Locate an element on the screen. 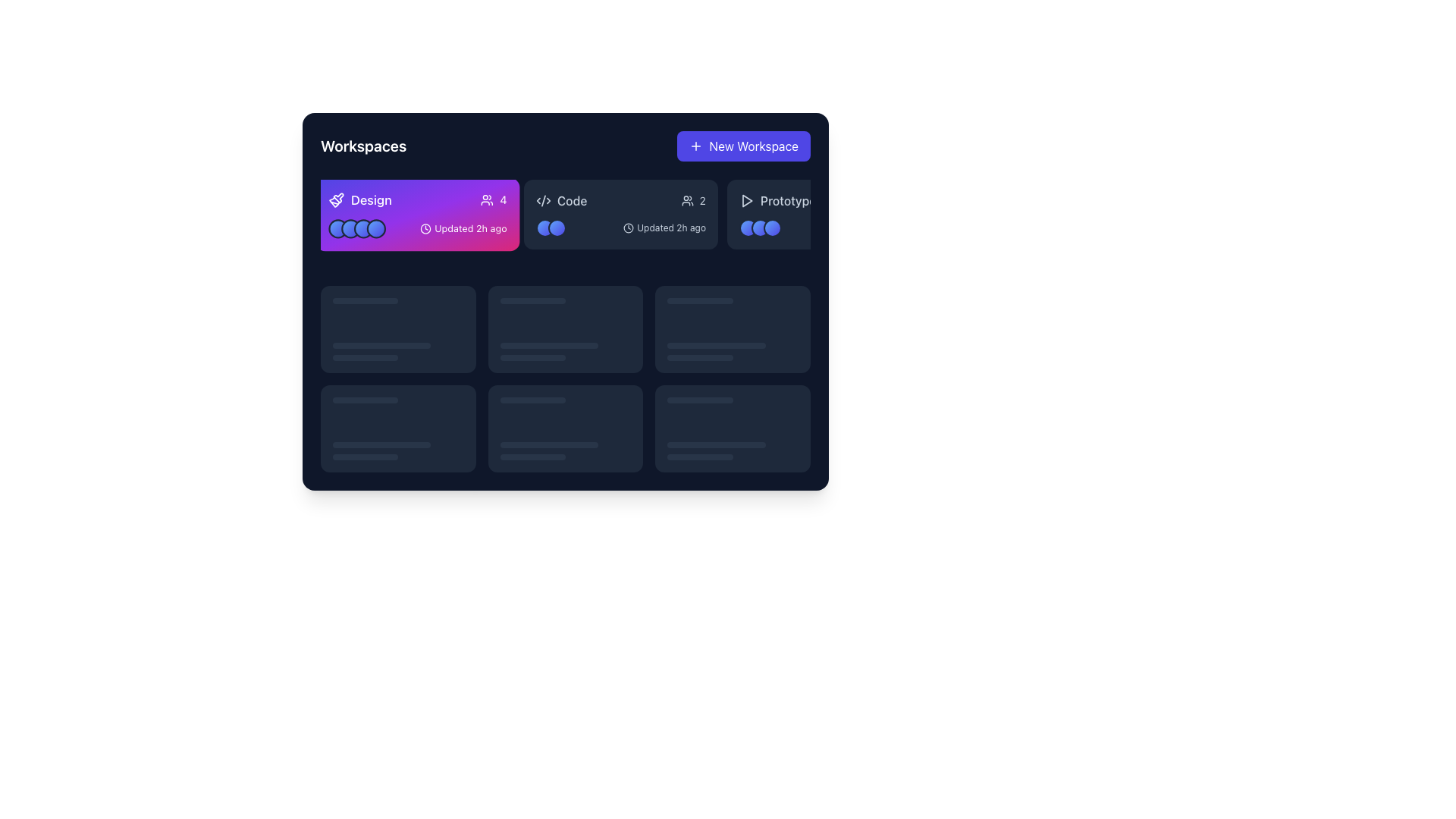 Image resolution: width=1456 pixels, height=819 pixels. the loading indicator component, which consists of two vertically stacked bars with a pulse-like animation and dark slate color, positioned towards the bottom-right quadrant of the interface is located at coordinates (398, 450).